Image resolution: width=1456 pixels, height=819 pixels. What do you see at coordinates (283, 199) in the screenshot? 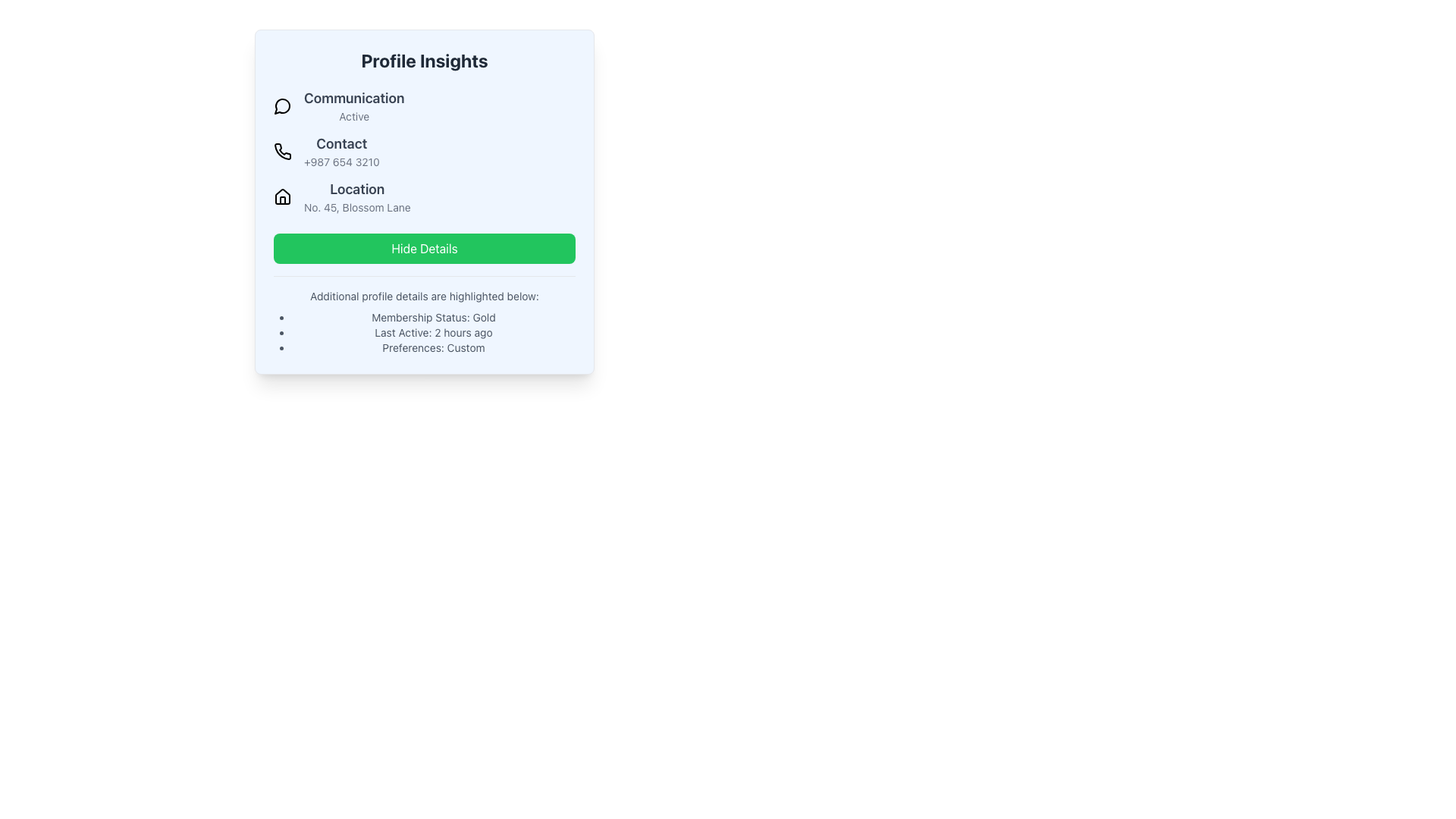
I see `the vertical rectangle resembling a door opening within a house icon, located on the third row of the profile insights panel, adjacent to the label 'Location'` at bounding box center [283, 199].